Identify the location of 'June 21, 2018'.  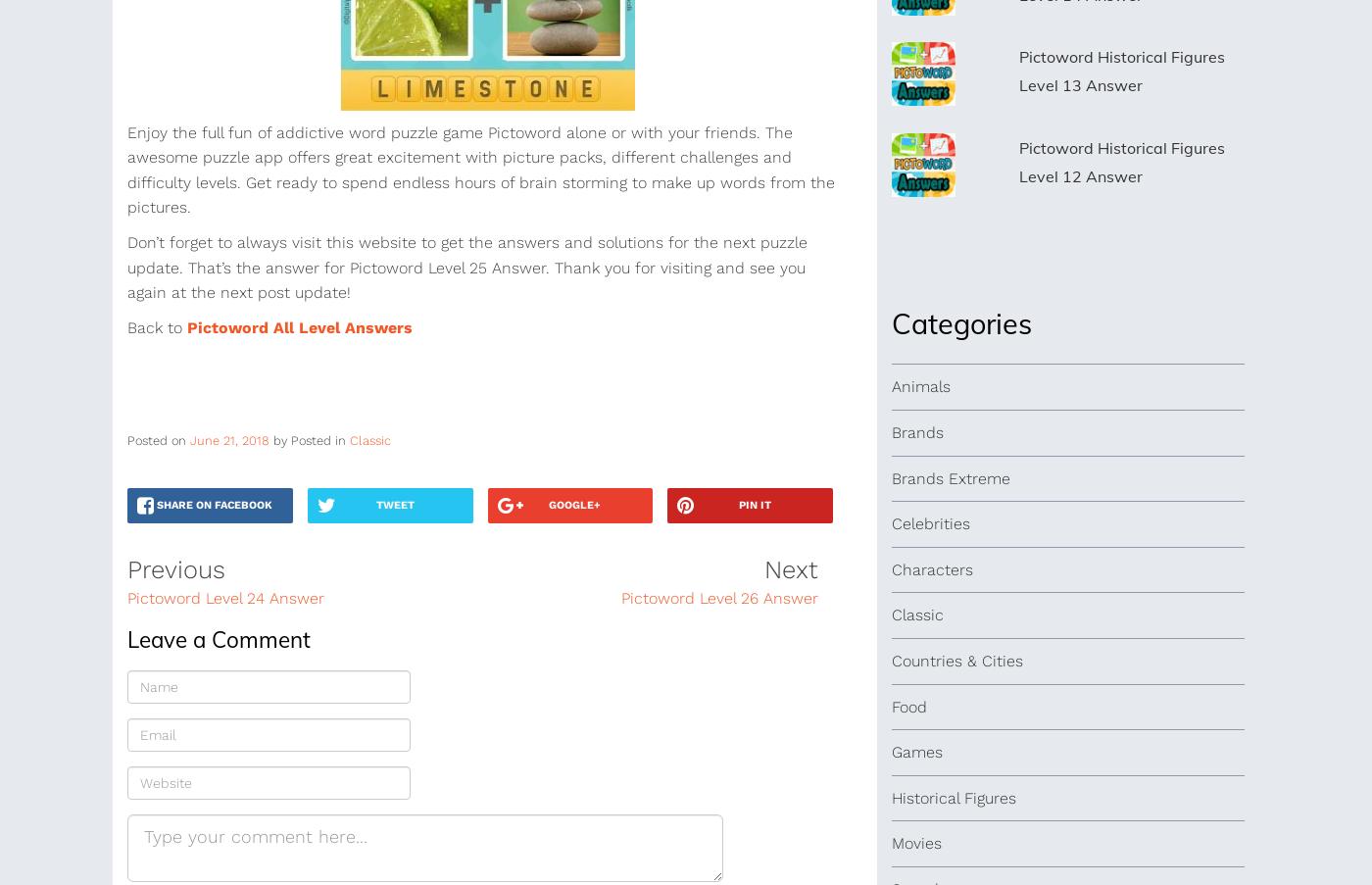
(229, 439).